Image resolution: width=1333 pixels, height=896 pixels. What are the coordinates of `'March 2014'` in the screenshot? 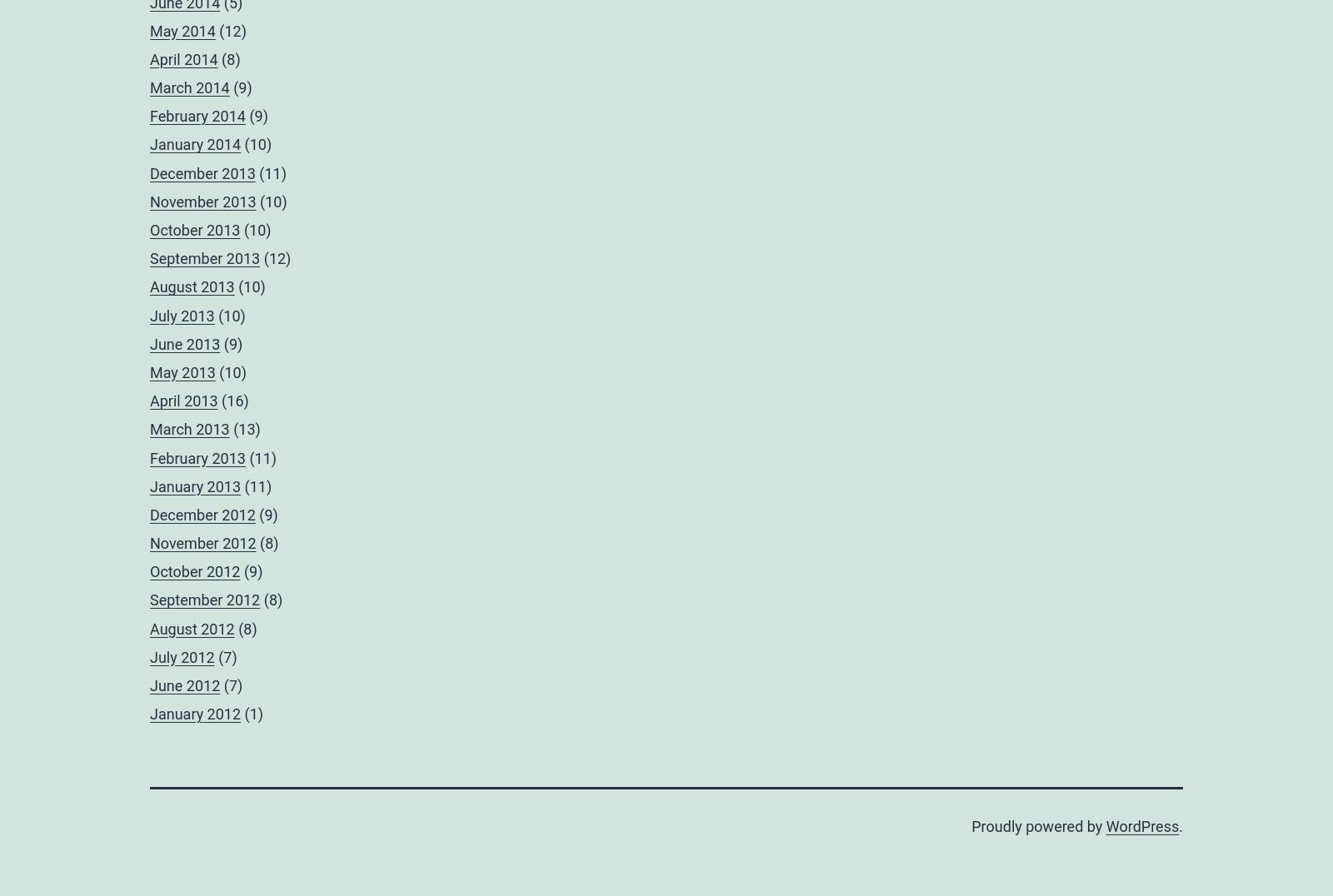 It's located at (189, 87).